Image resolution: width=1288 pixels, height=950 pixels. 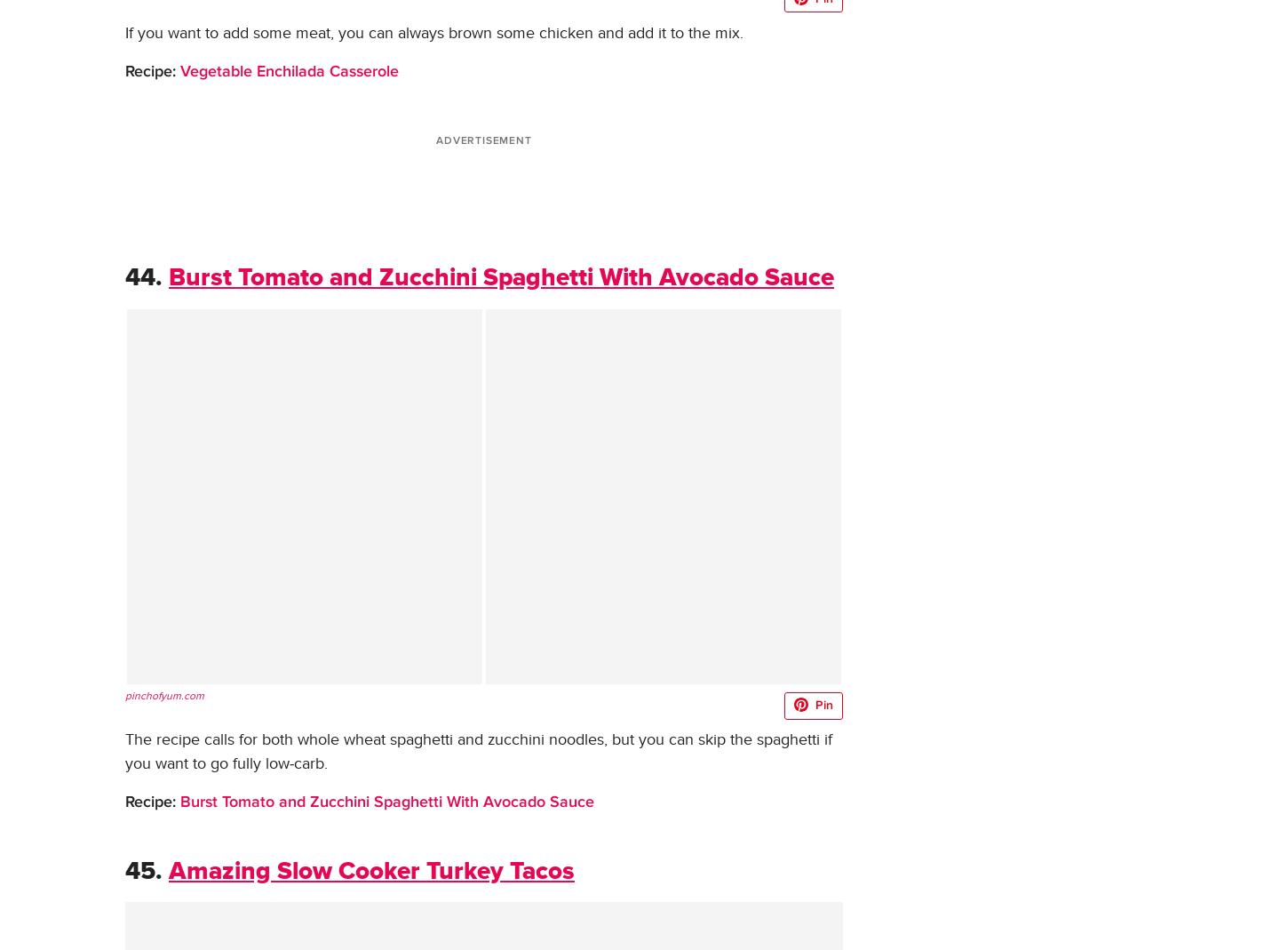 What do you see at coordinates (433, 31) in the screenshot?
I see `'If you want to add some meat, you can always brown some chicken and add it to the mix.'` at bounding box center [433, 31].